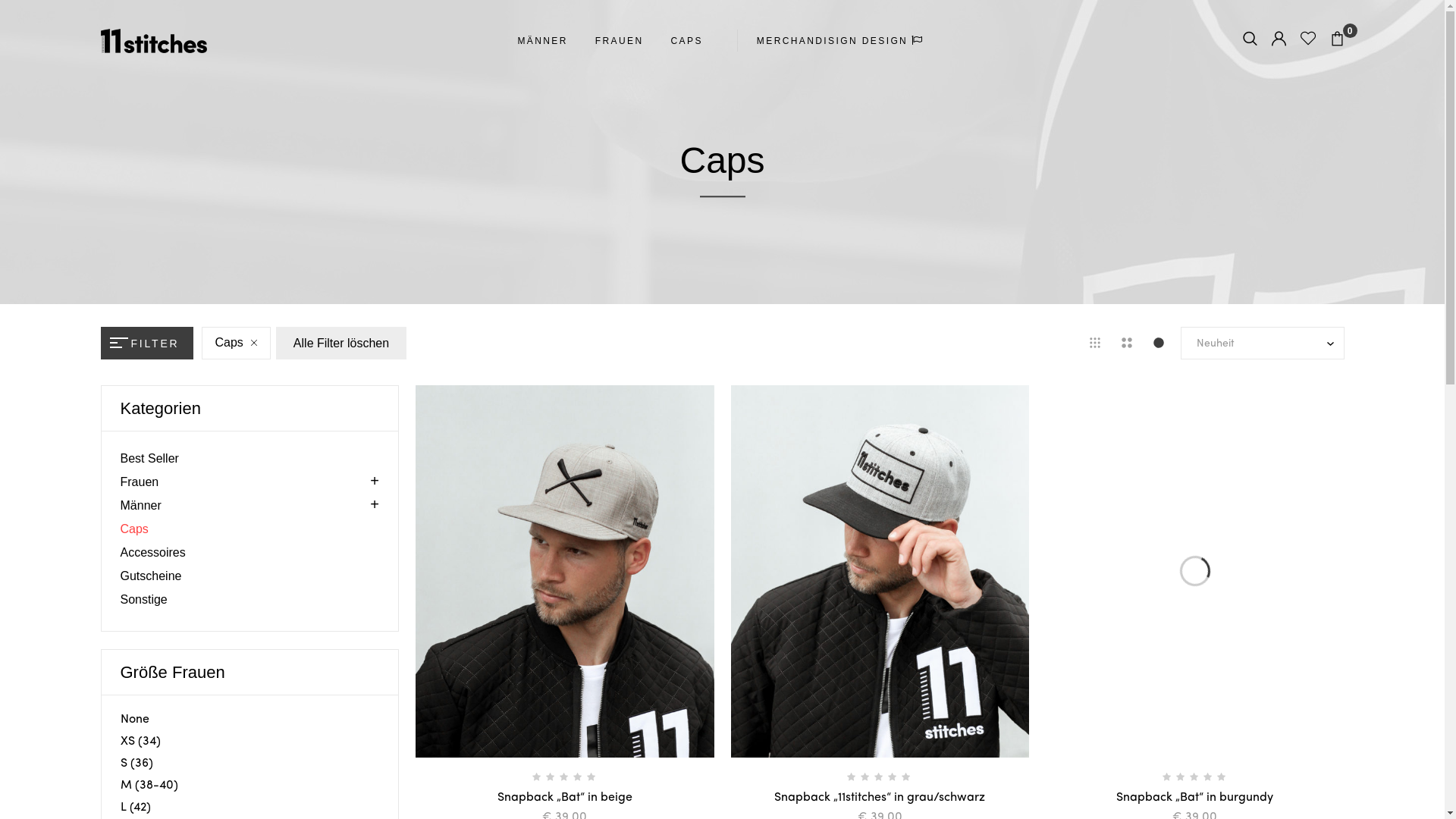 The height and width of the screenshot is (819, 1456). I want to click on 'FRAUEN', so click(619, 40).